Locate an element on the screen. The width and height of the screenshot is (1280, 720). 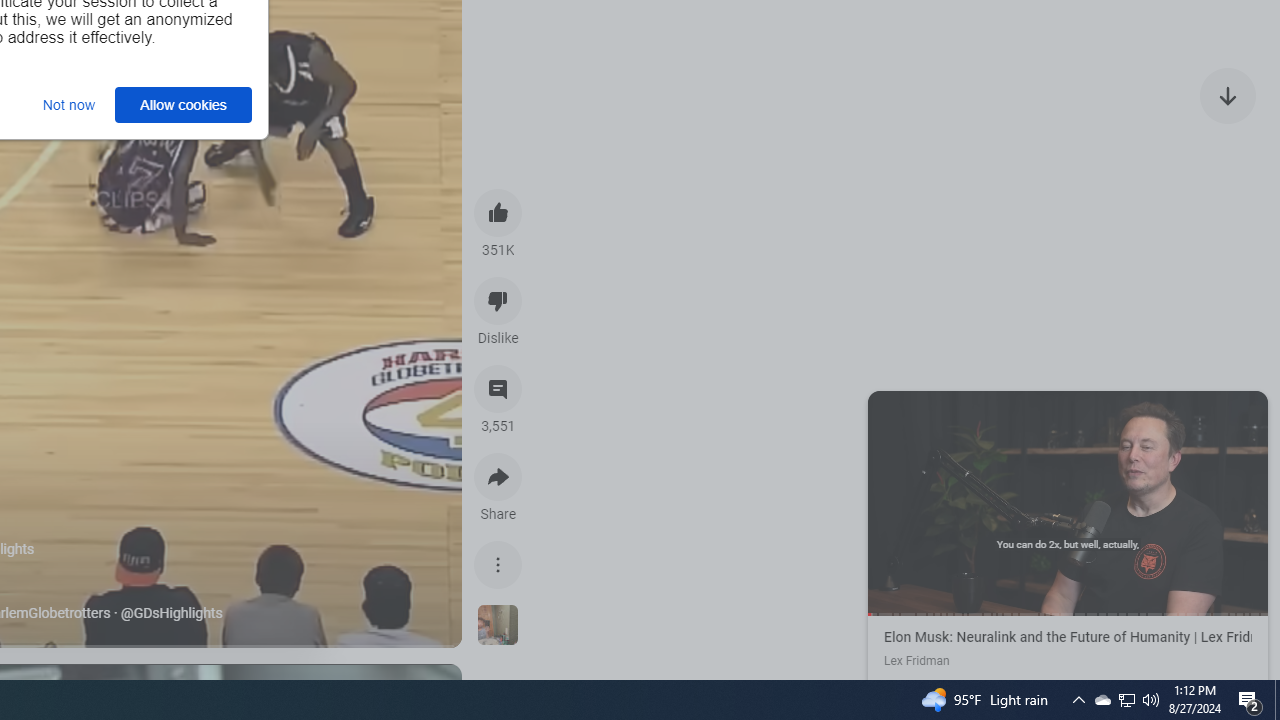
'More actions' is located at coordinates (498, 564).